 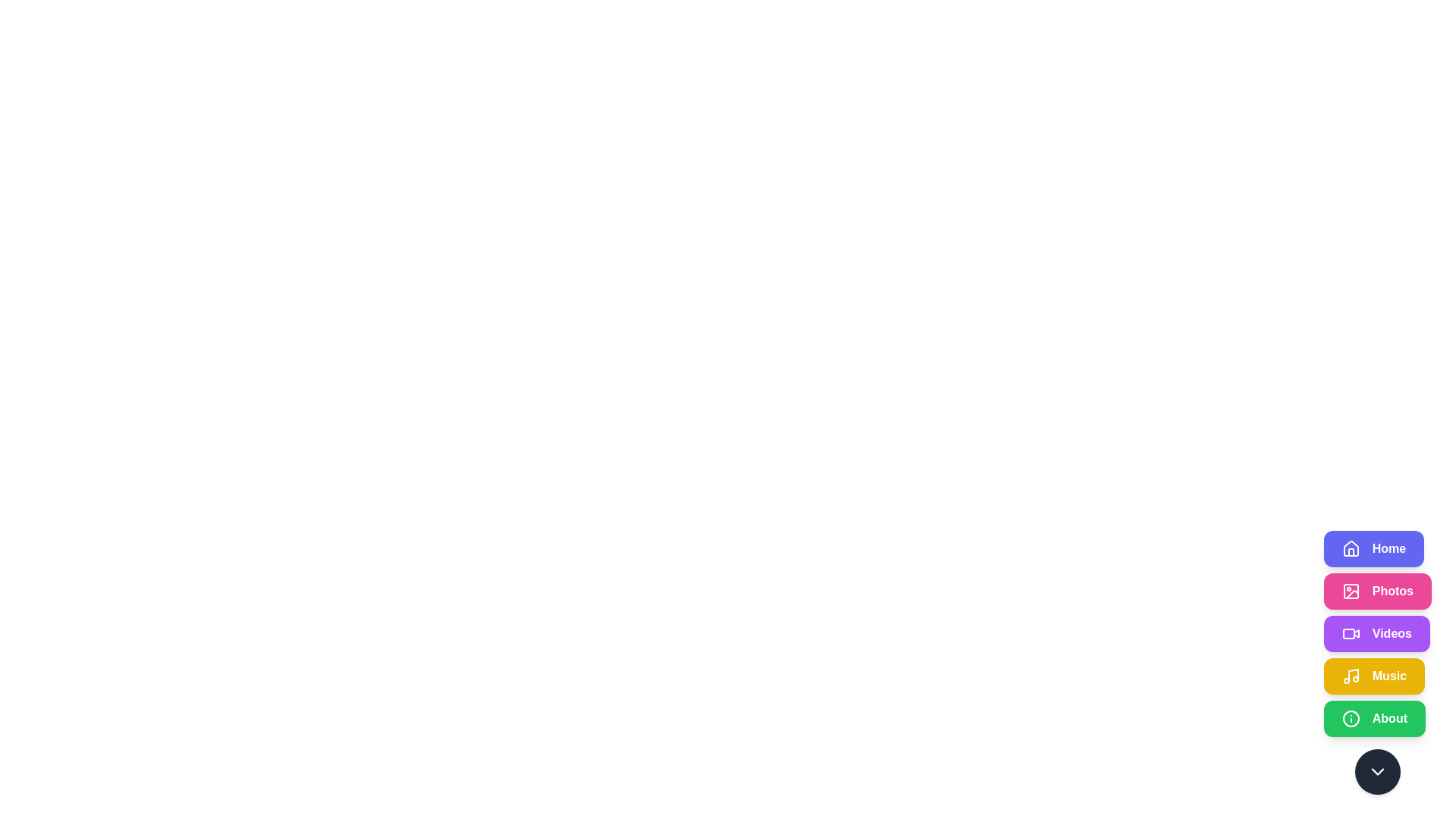 I want to click on the button corresponding to the section Music, so click(x=1373, y=675).